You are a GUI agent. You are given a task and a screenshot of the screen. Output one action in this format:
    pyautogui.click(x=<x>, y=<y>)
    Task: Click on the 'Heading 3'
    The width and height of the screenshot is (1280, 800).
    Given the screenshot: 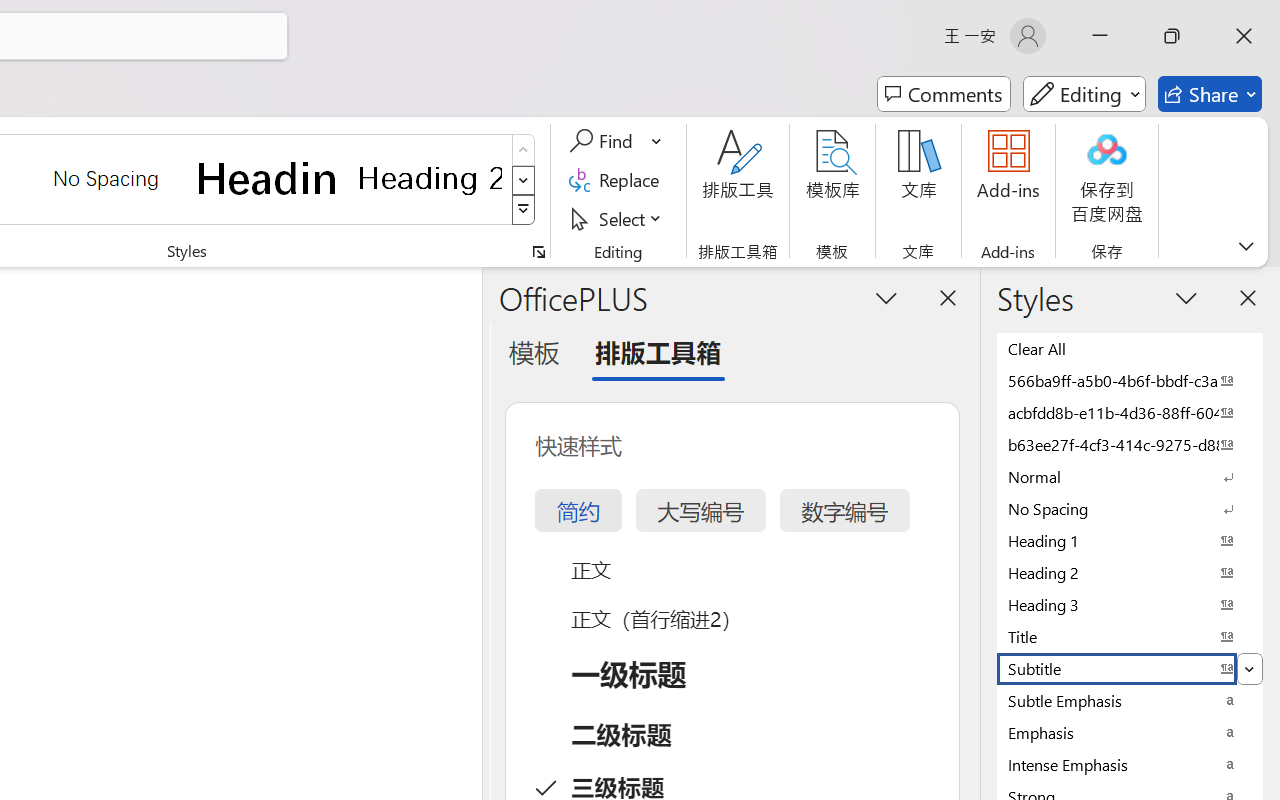 What is the action you would take?
    pyautogui.click(x=1130, y=604)
    